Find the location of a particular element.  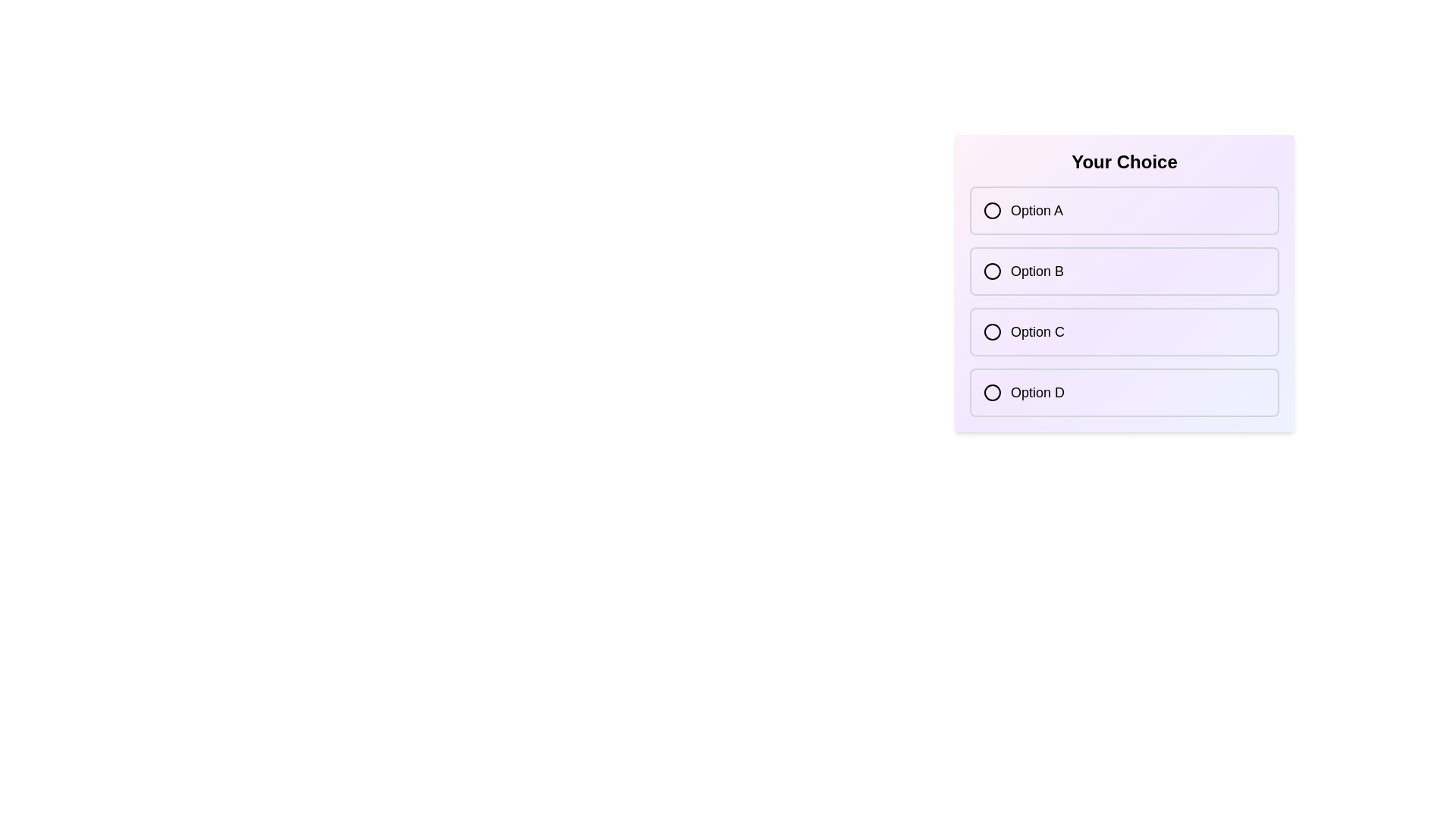

the option Option B from the list is located at coordinates (1125, 271).